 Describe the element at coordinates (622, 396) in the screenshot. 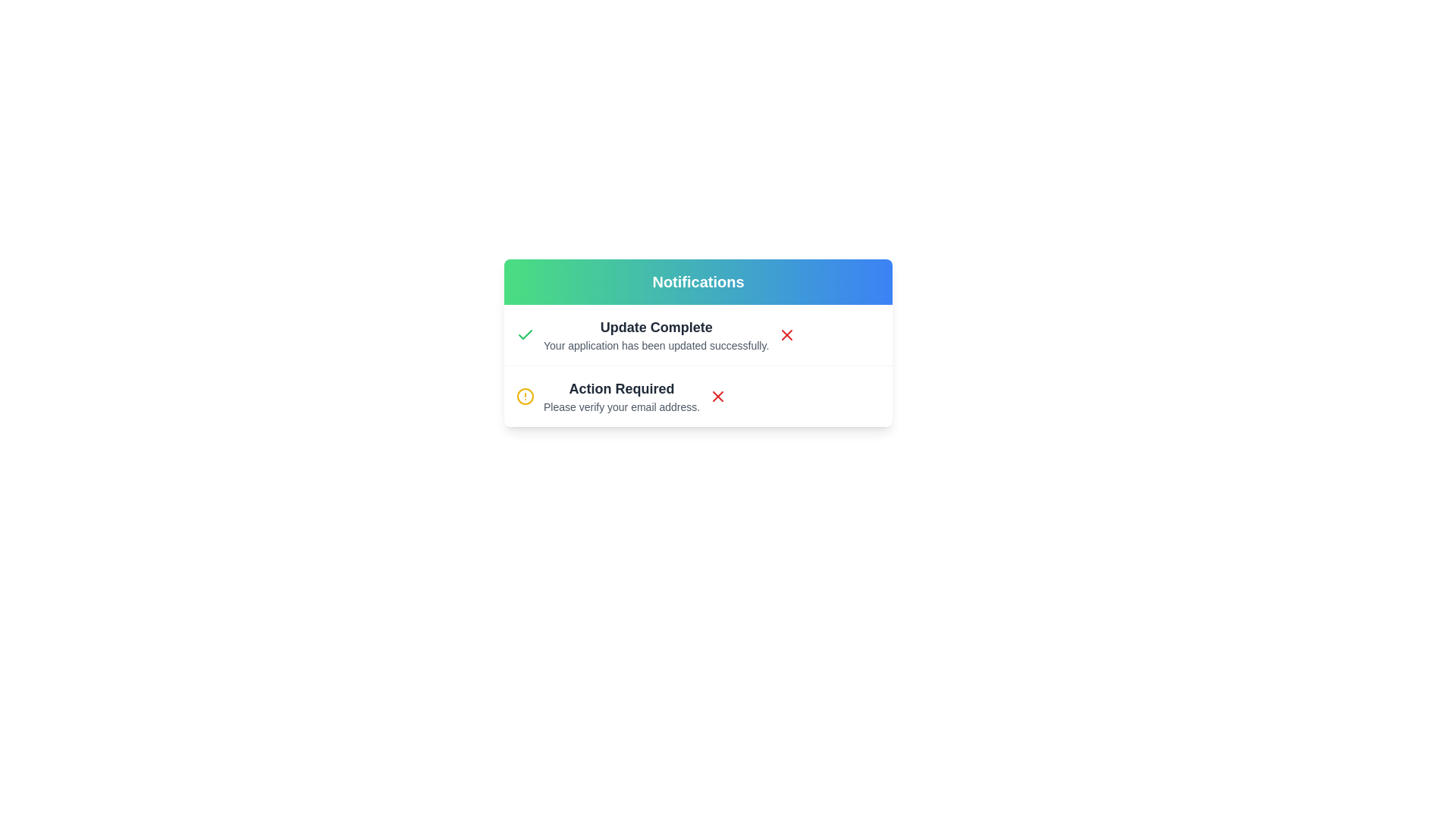

I see `text content of the Text Label that informs the user to verify their email address, located in the center-right area of the notification box below the 'Update Complete' notification` at that location.